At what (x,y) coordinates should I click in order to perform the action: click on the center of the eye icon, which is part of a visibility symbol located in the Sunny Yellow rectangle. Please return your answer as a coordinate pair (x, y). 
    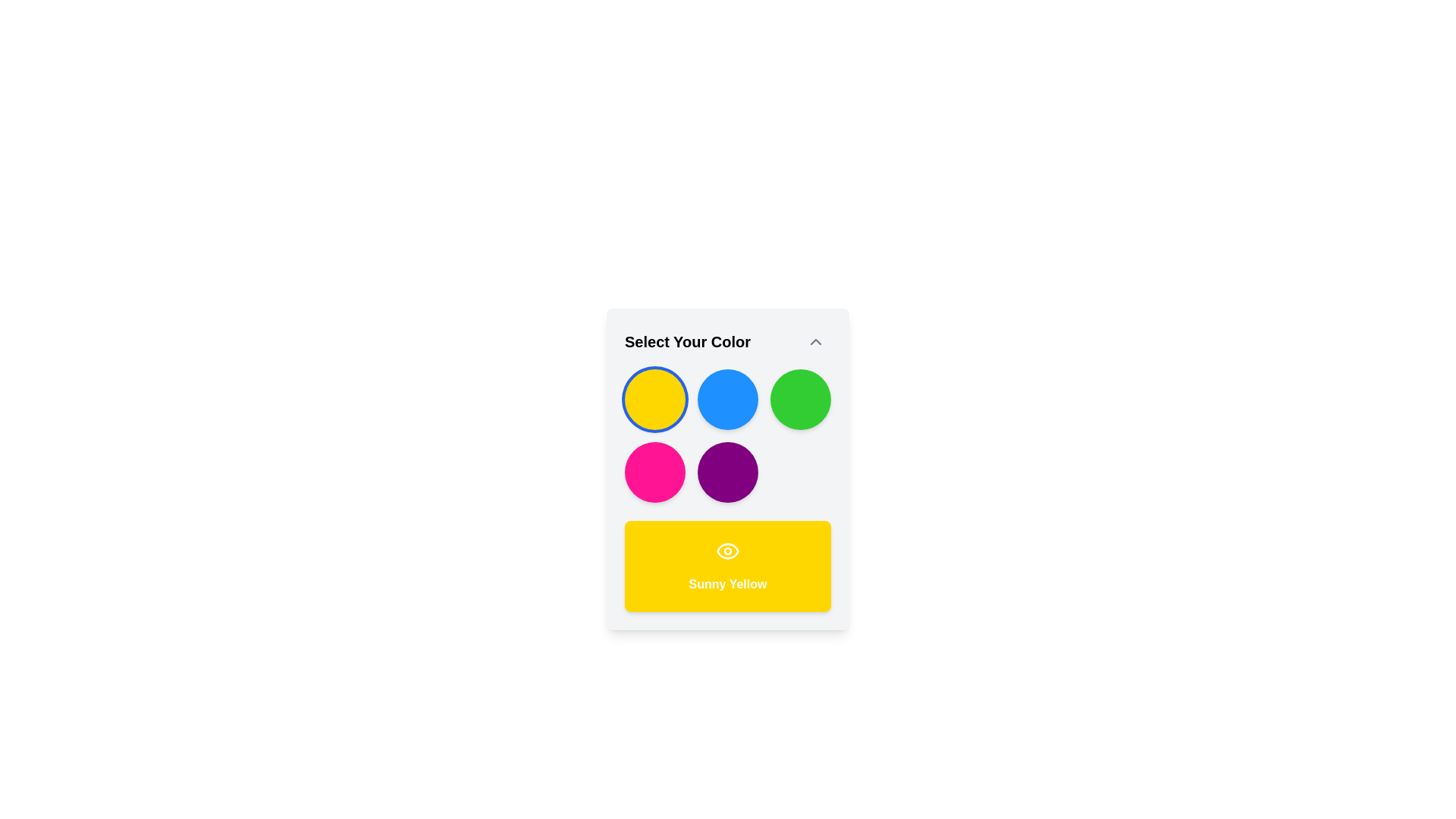
    Looking at the image, I should click on (728, 551).